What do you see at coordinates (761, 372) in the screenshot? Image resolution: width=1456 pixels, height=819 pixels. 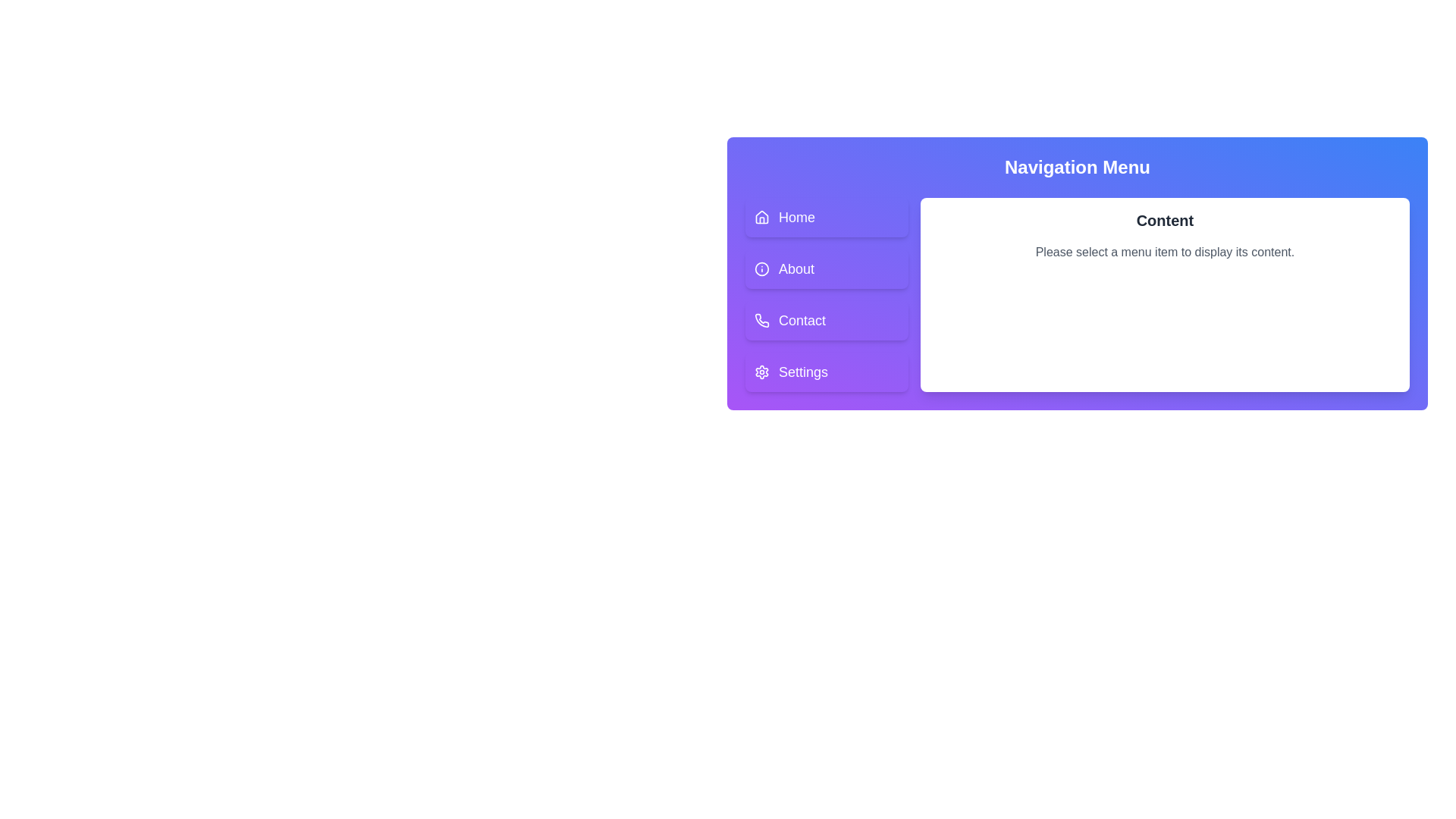 I see `the gear icon representing 'settings' located in the bottom-left navigation menu, specifically the fourth menu item labeled 'Settings'` at bounding box center [761, 372].